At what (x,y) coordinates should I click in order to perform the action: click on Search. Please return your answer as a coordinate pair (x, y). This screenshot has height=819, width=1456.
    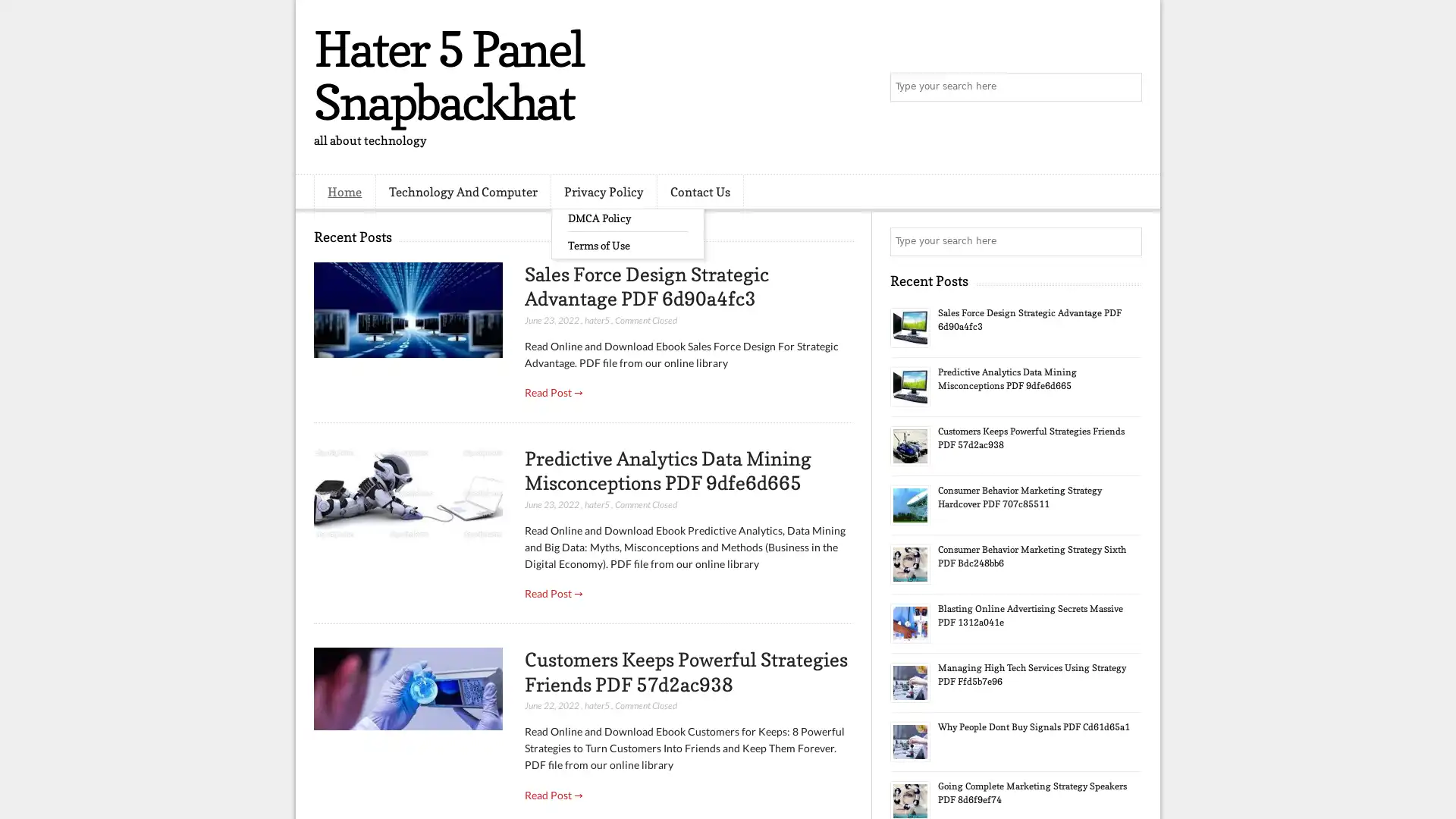
    Looking at the image, I should click on (1126, 87).